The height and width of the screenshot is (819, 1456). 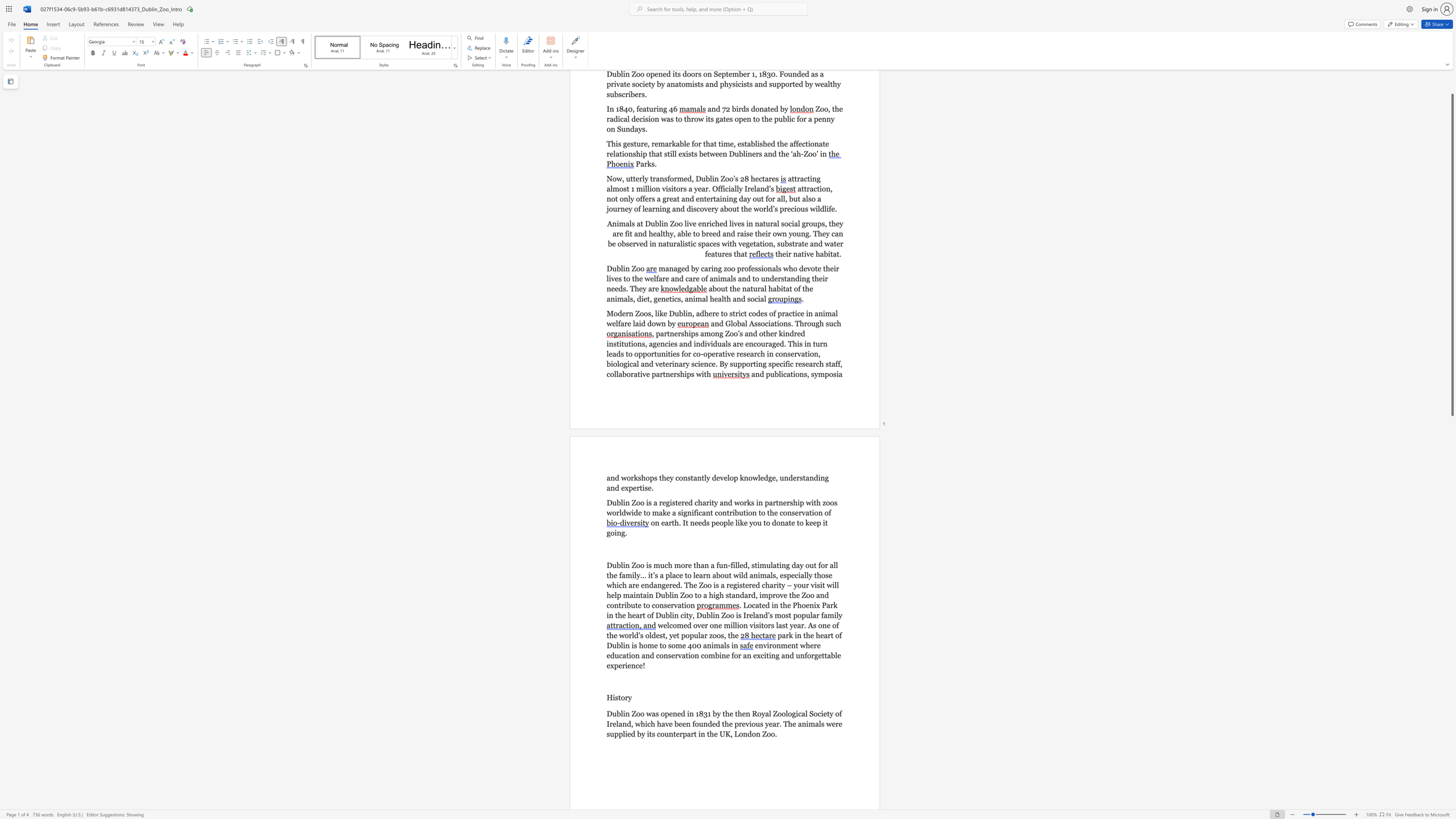 What do you see at coordinates (721, 299) in the screenshot?
I see `the subset text "lth a" within the text ", genetics, animal health and social"` at bounding box center [721, 299].